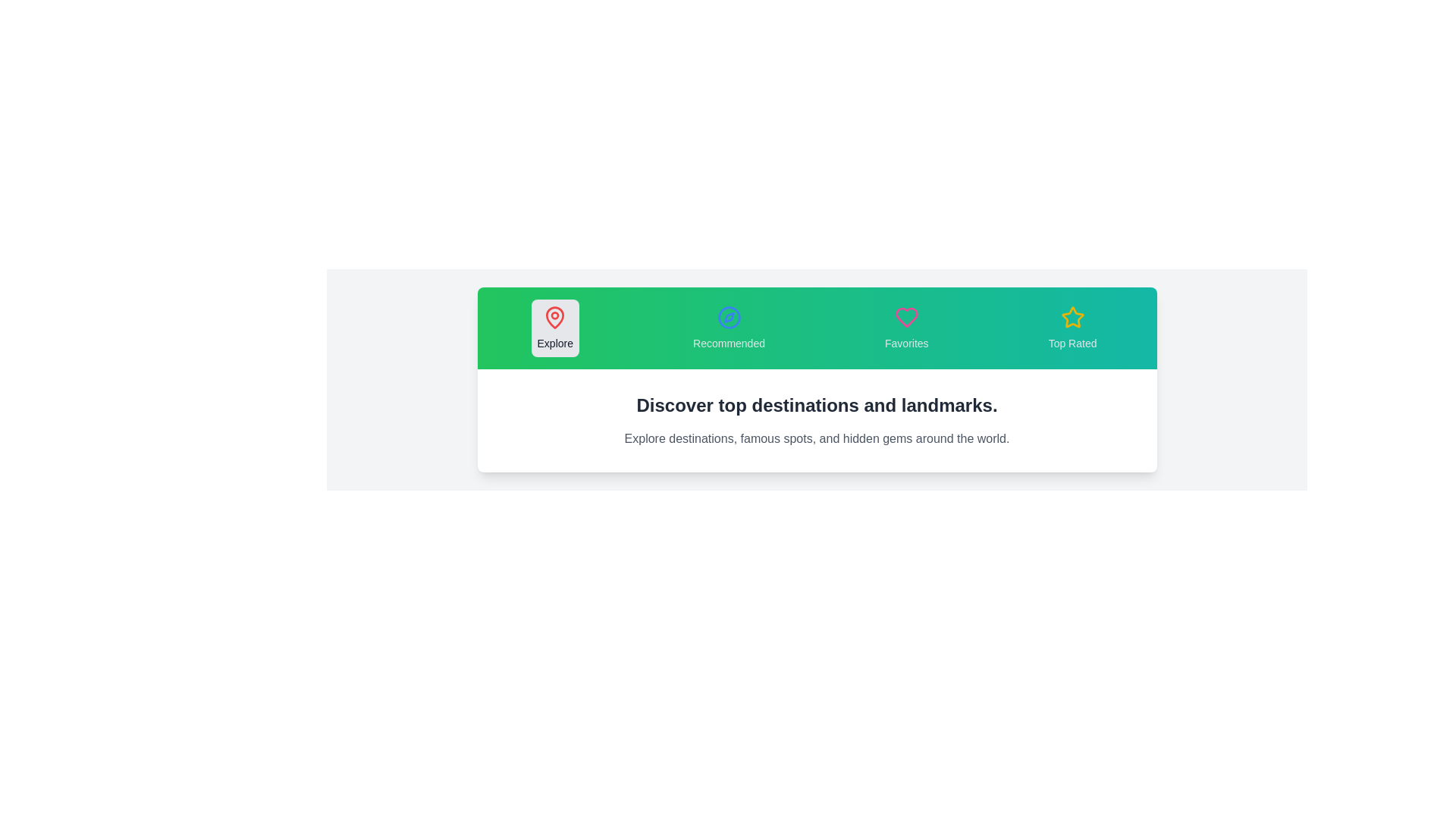  What do you see at coordinates (906, 327) in the screenshot?
I see `the tab labeled Favorites` at bounding box center [906, 327].